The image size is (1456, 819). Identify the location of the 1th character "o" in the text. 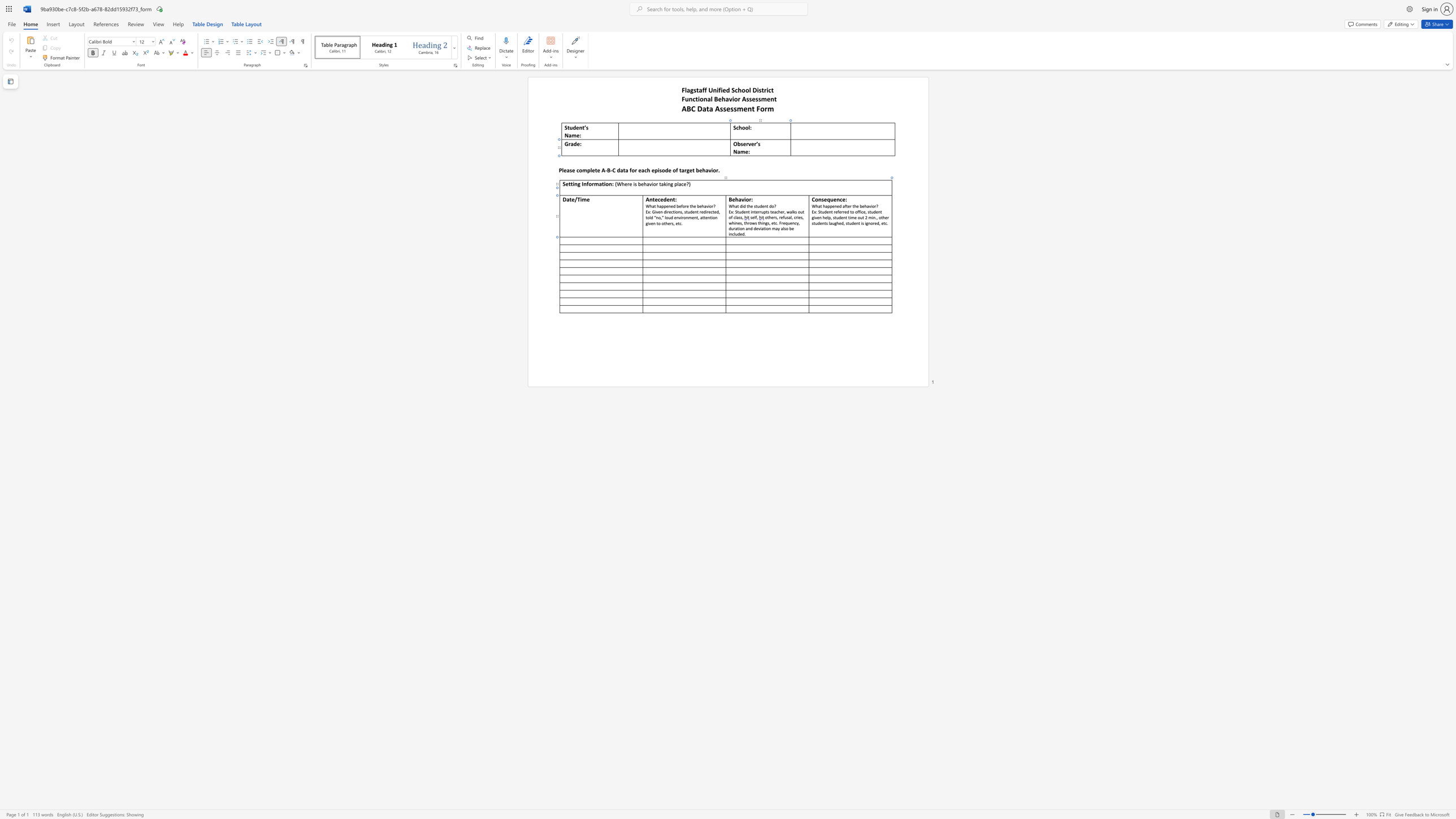
(676, 211).